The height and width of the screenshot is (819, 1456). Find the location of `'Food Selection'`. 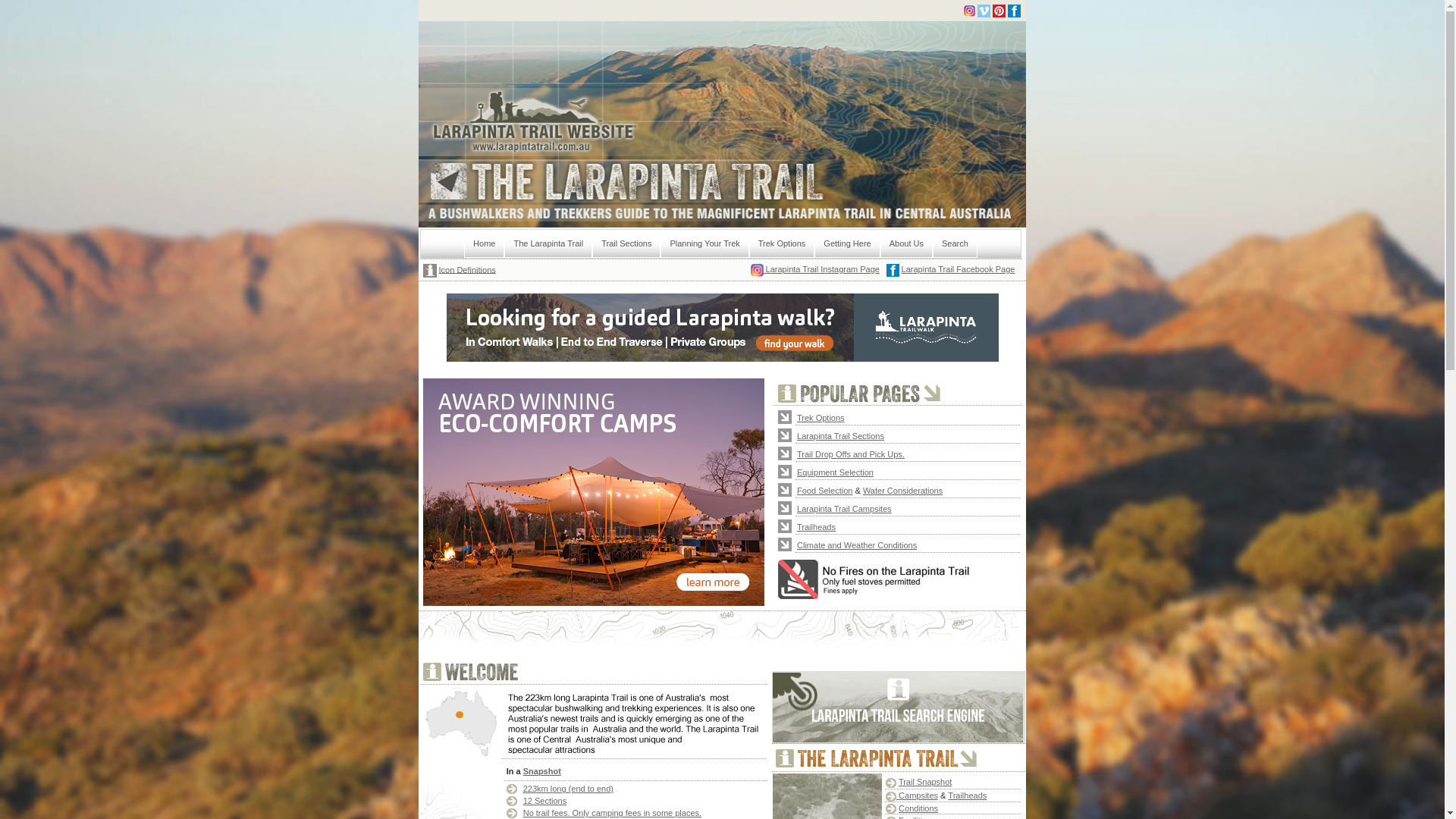

'Food Selection' is located at coordinates (824, 489).